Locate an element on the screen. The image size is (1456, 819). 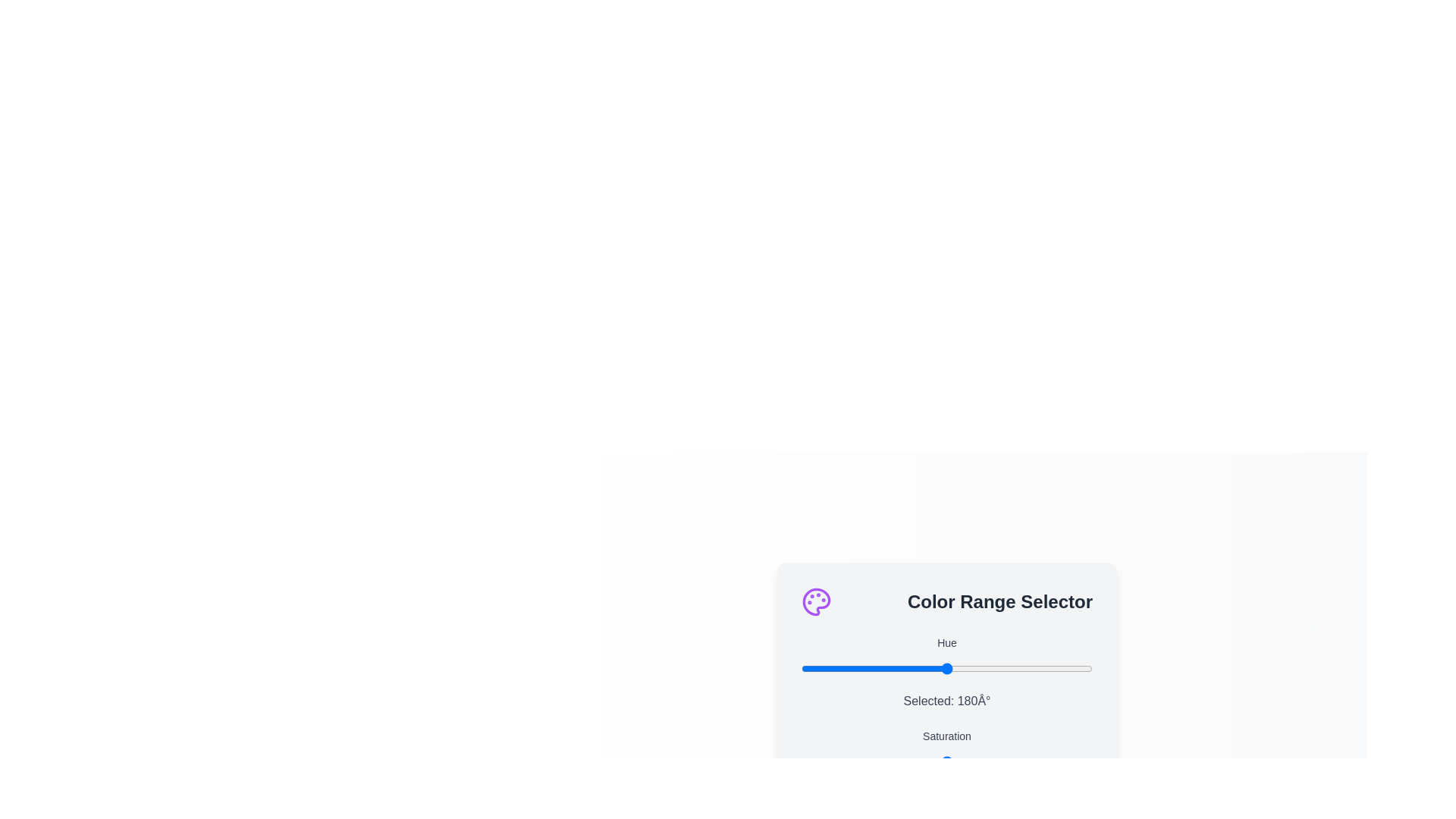
the hue is located at coordinates (1051, 667).